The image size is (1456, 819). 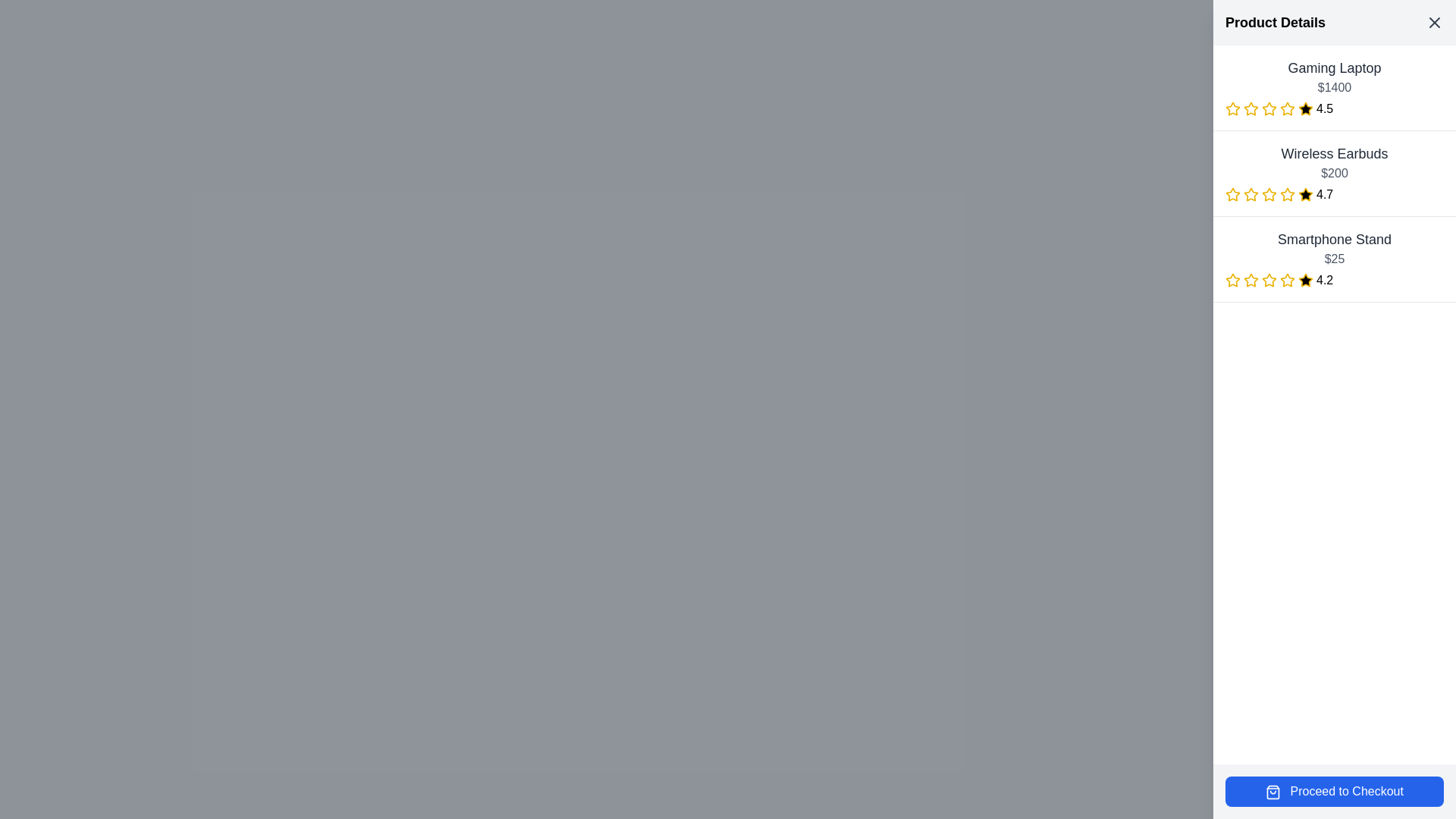 I want to click on the decorative shopping cart icon located in the bottom-right corner of the user interface, which is part of the 'Proceed to Checkout' button, so click(x=1273, y=791).